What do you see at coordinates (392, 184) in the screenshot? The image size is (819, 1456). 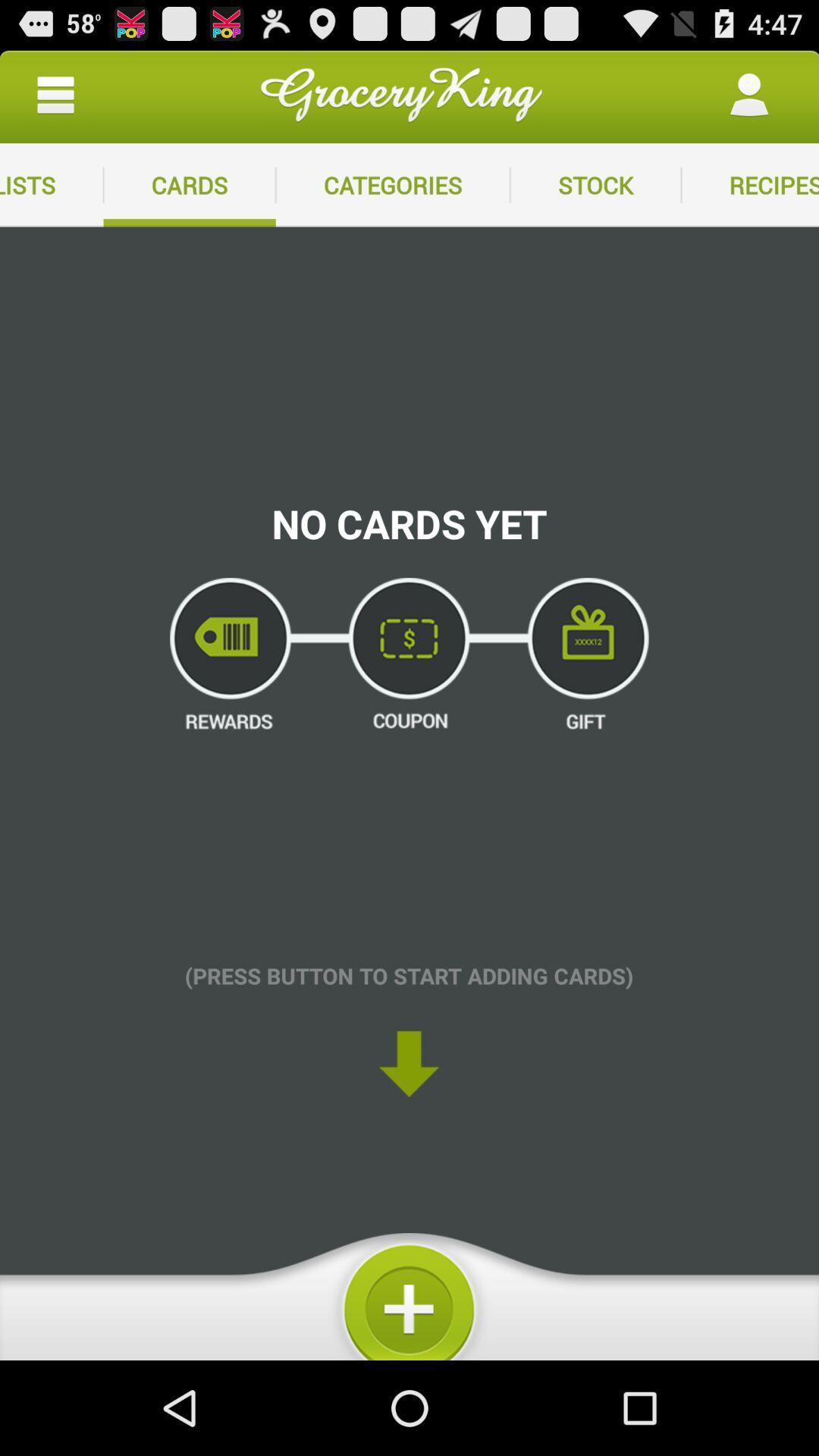 I see `the icon above no cards yet` at bounding box center [392, 184].